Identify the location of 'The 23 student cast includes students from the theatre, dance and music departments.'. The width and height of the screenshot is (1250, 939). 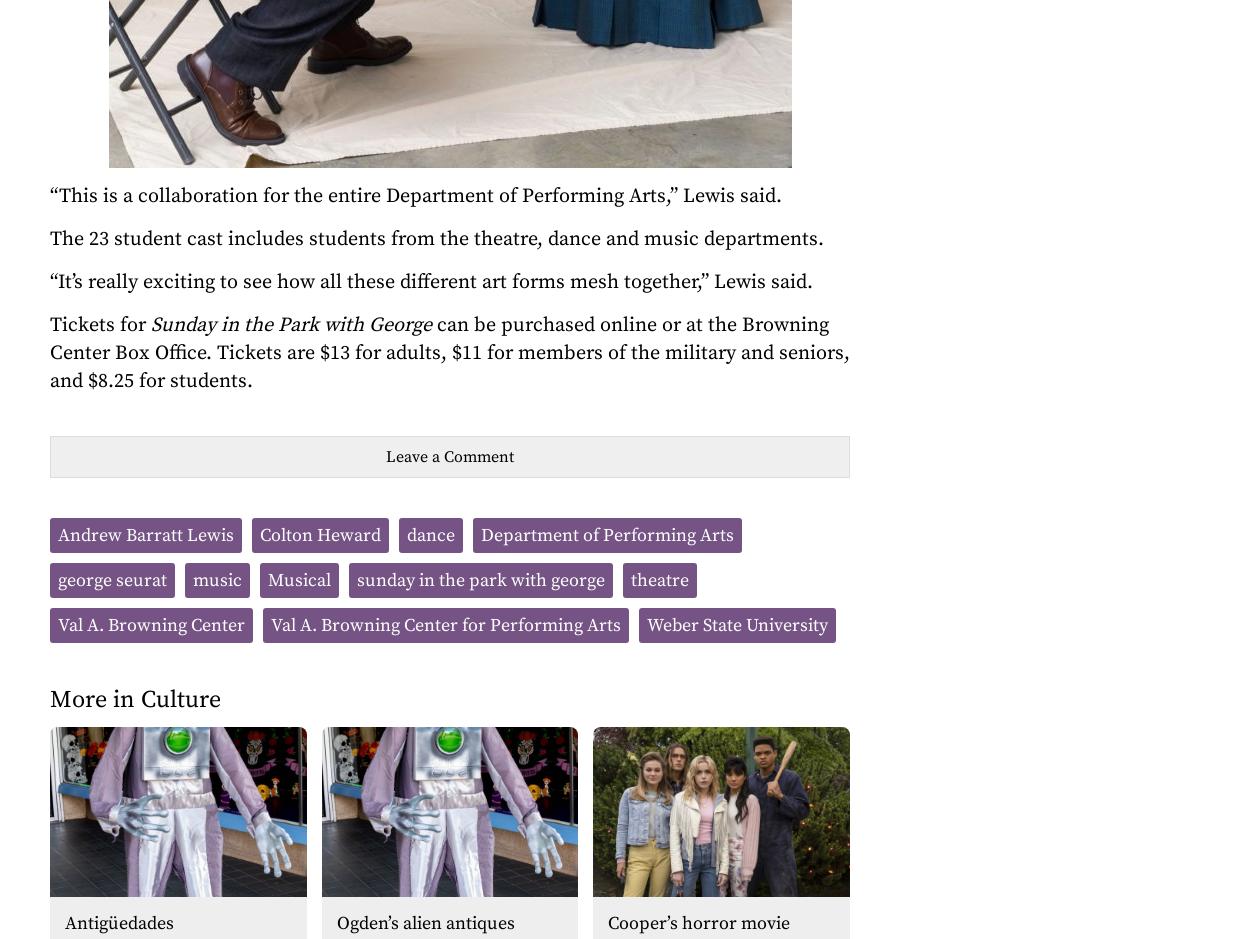
(437, 239).